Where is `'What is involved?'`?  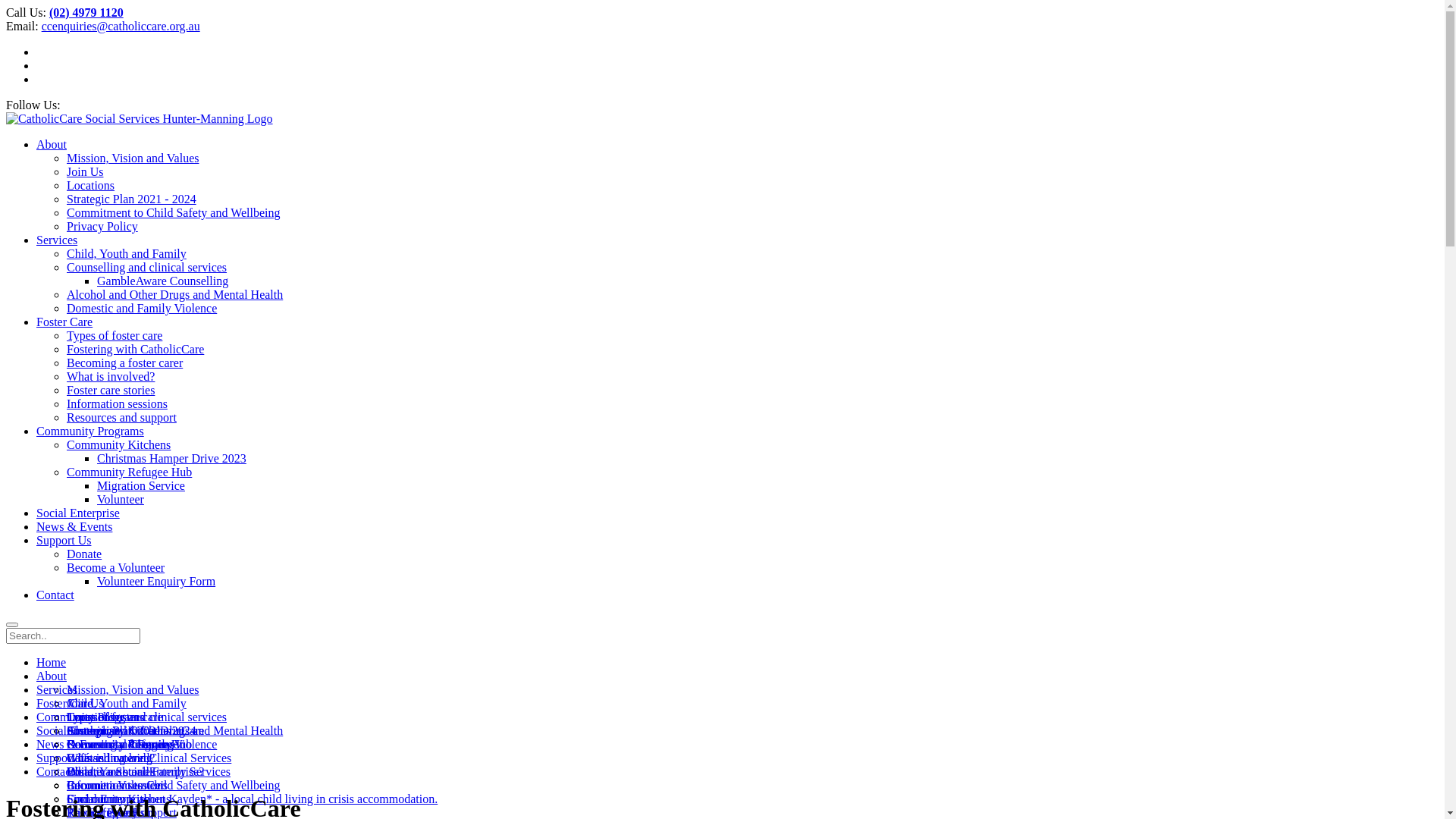
'What is involved?' is located at coordinates (109, 375).